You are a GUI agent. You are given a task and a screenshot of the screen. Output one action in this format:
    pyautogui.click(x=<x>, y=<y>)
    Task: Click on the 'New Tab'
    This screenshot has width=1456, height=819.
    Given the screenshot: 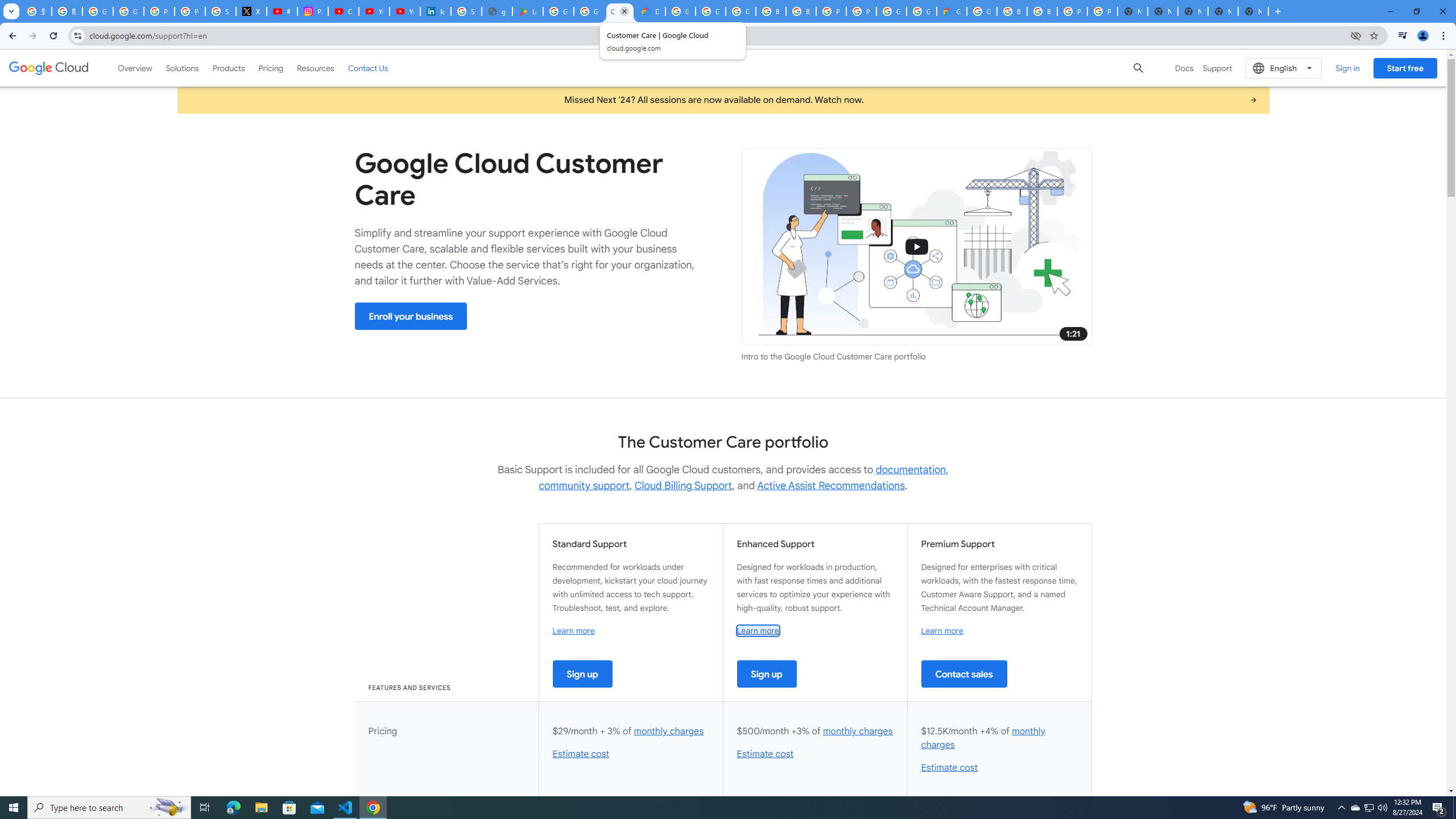 What is the action you would take?
    pyautogui.click(x=1254, y=11)
    